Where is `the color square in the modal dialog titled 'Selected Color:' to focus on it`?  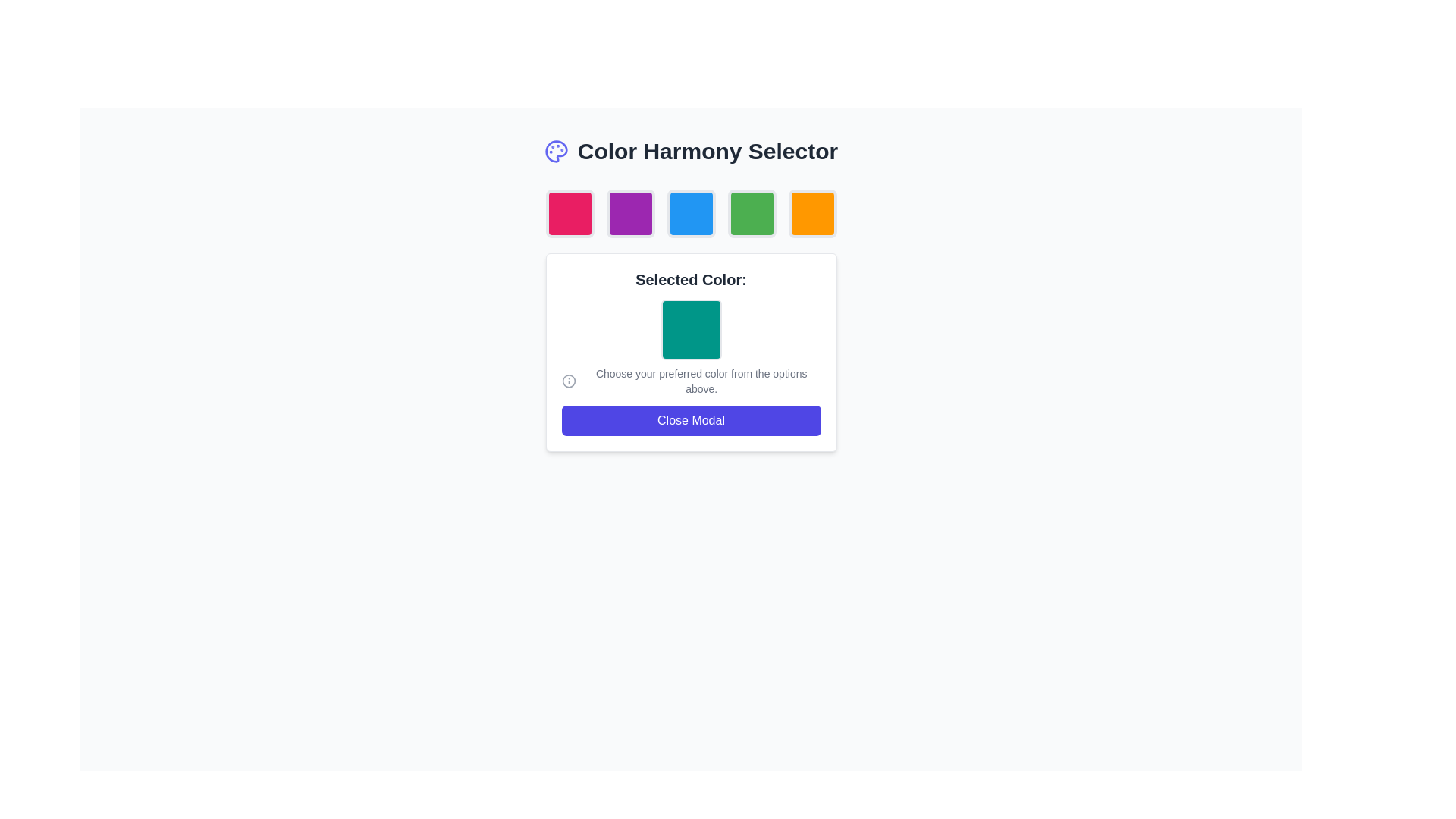 the color square in the modal dialog titled 'Selected Color:' to focus on it is located at coordinates (690, 320).